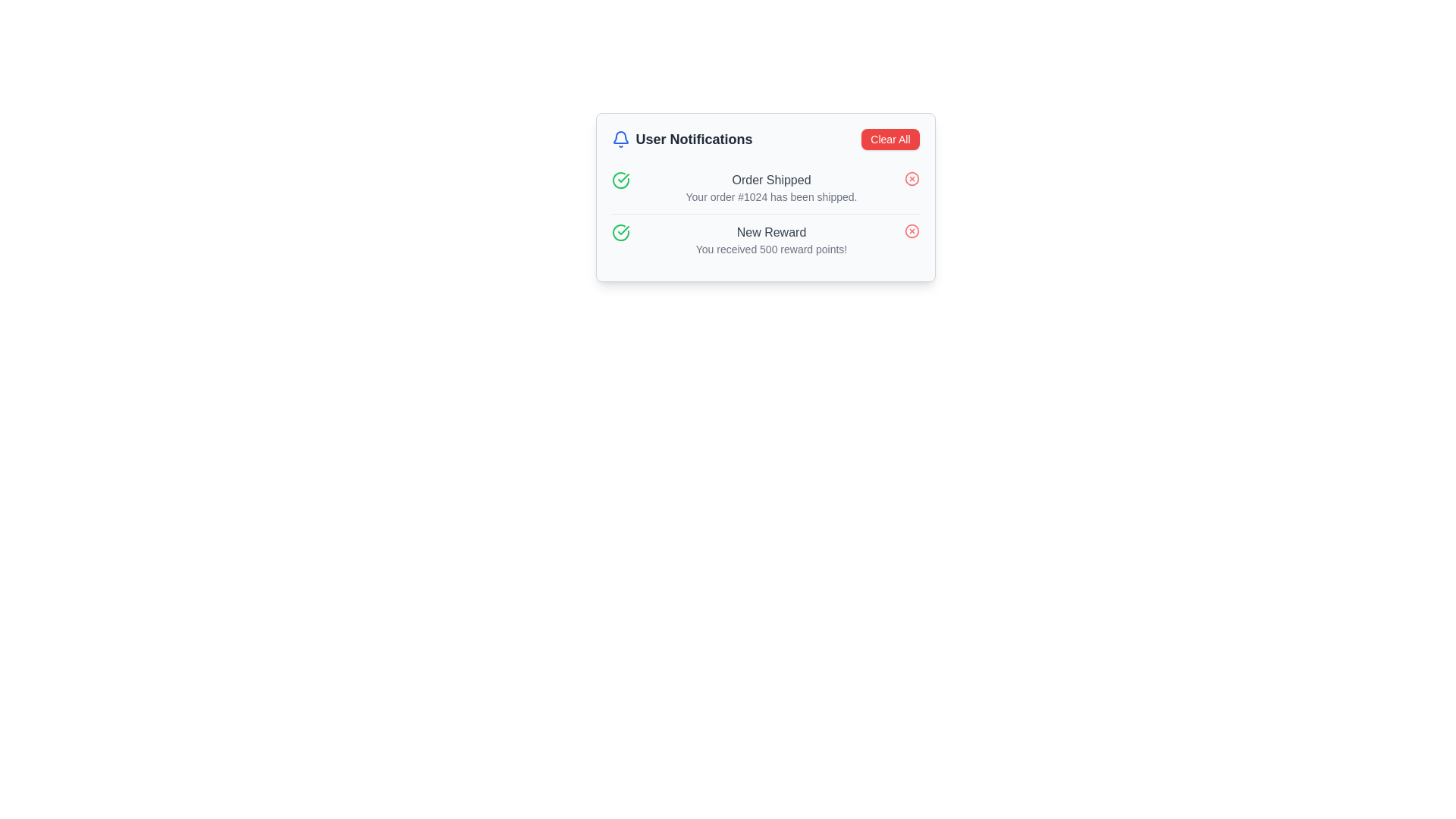 The image size is (1456, 819). Describe the element at coordinates (890, 140) in the screenshot. I see `the rounded rectangular red button labeled 'Clear All' located on the far right side of the 'User Notifications' section` at that location.